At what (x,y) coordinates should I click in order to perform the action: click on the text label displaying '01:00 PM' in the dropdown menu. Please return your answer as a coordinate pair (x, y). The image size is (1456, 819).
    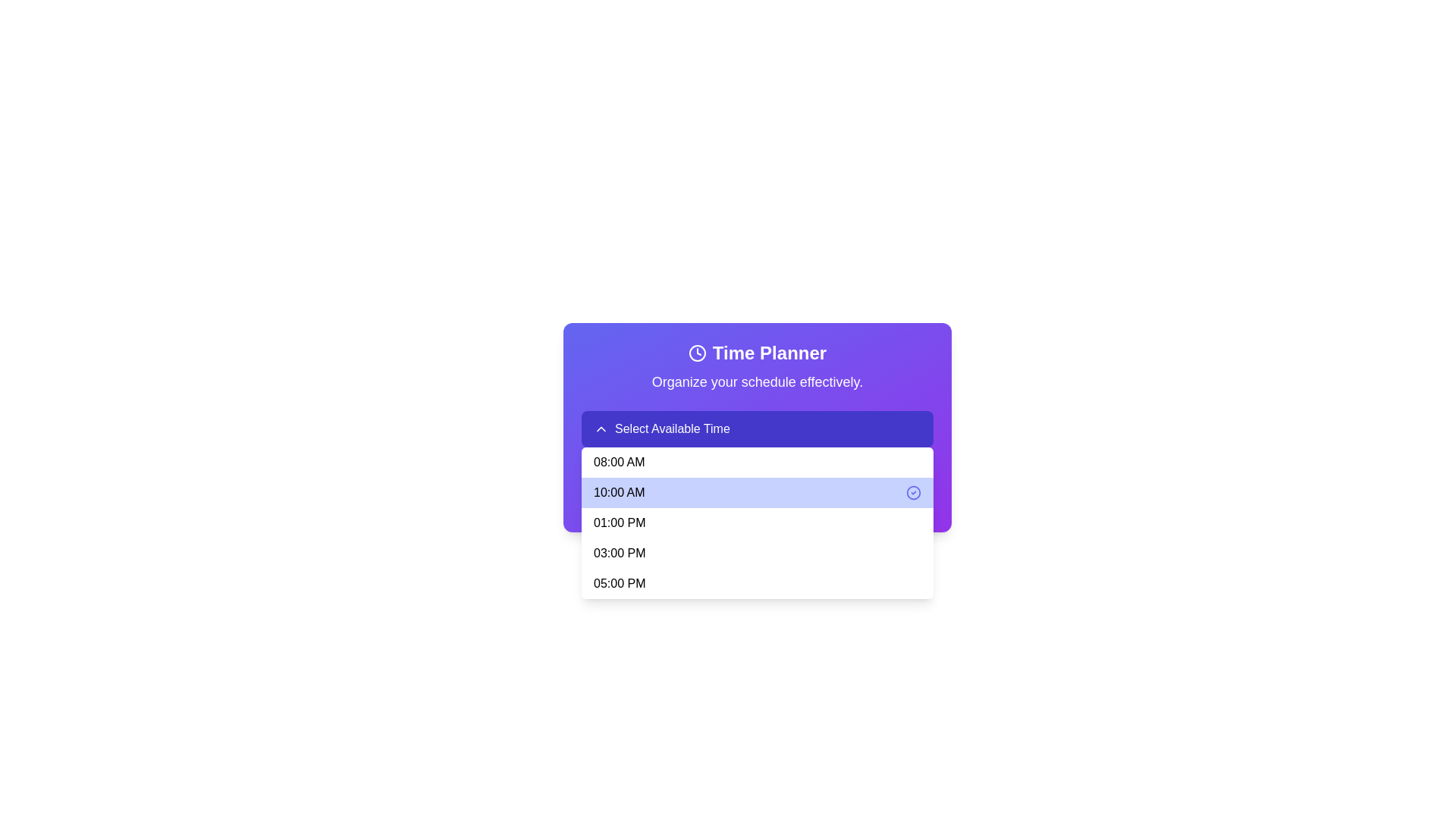
    Looking at the image, I should click on (620, 522).